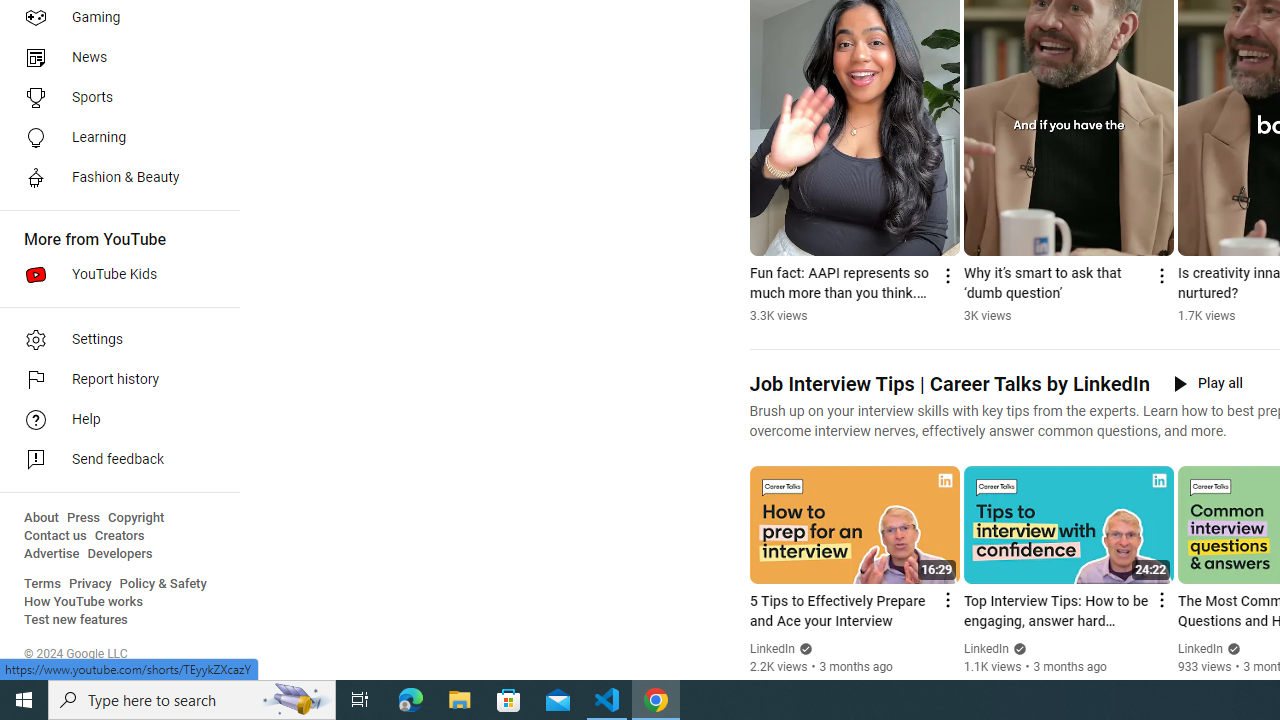 This screenshot has width=1280, height=720. I want to click on 'News', so click(112, 56).